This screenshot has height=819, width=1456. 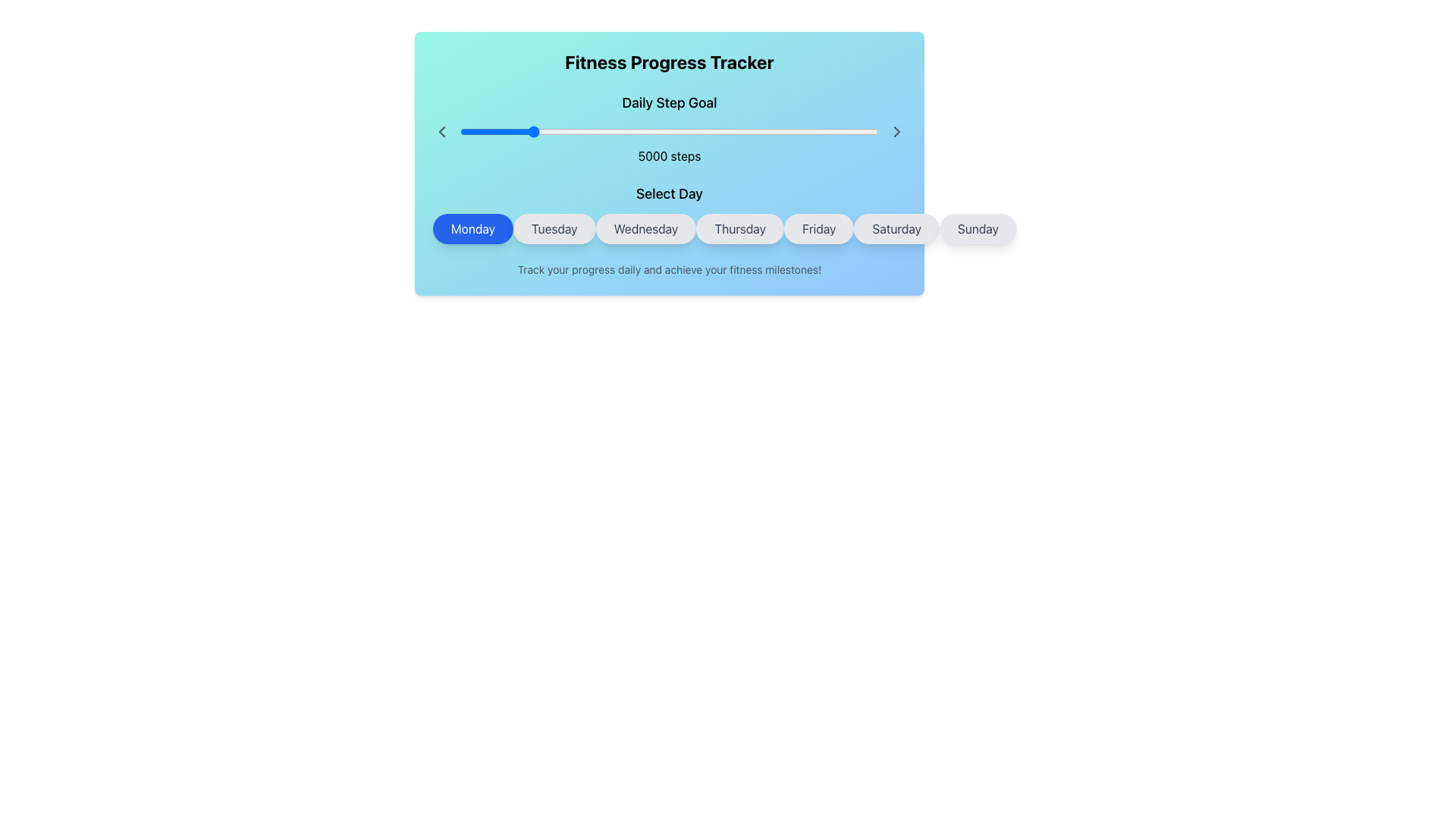 I want to click on the step goal, so click(x=641, y=130).